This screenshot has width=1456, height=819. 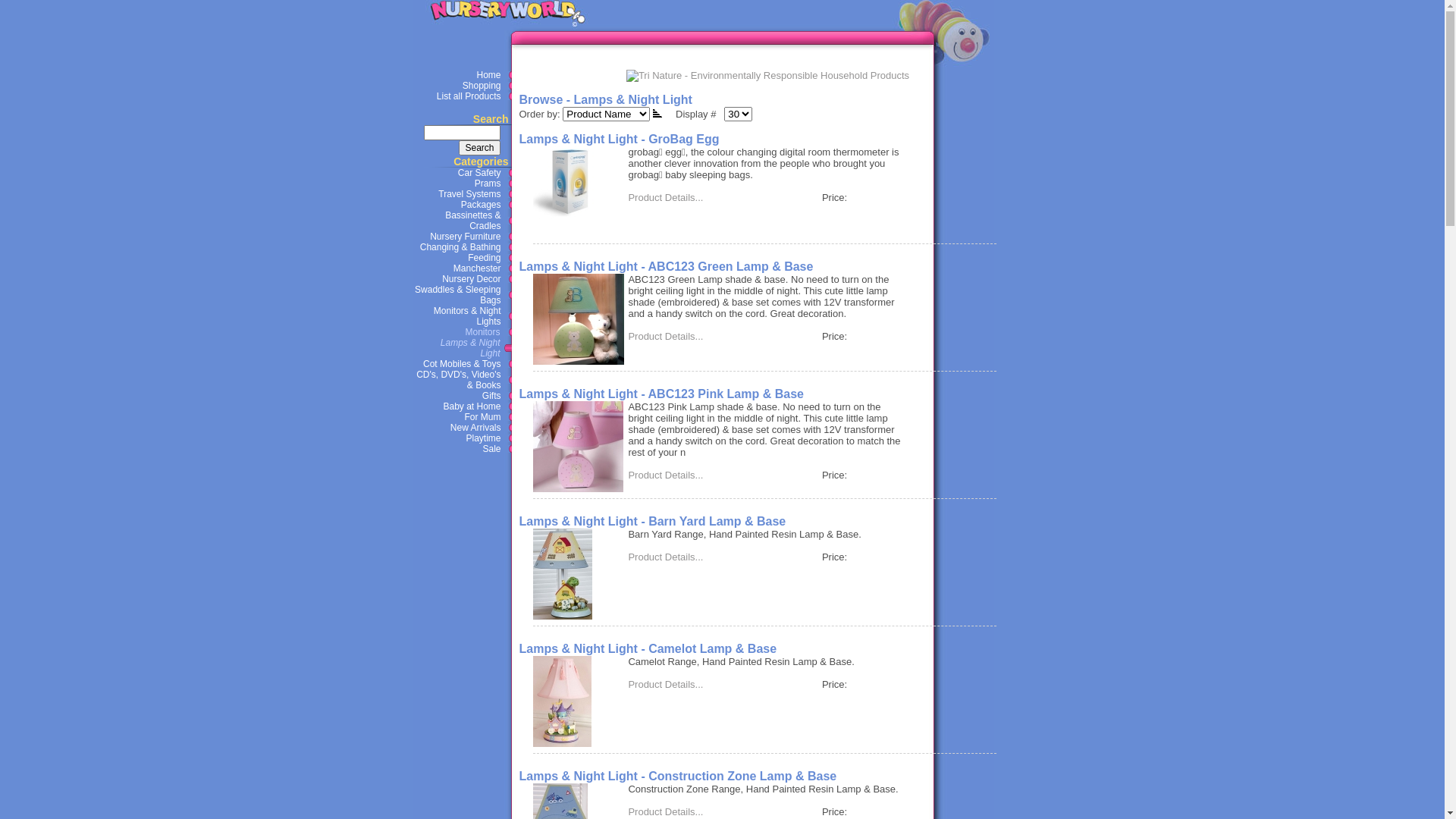 What do you see at coordinates (652, 112) in the screenshot?
I see `'Descending order'` at bounding box center [652, 112].